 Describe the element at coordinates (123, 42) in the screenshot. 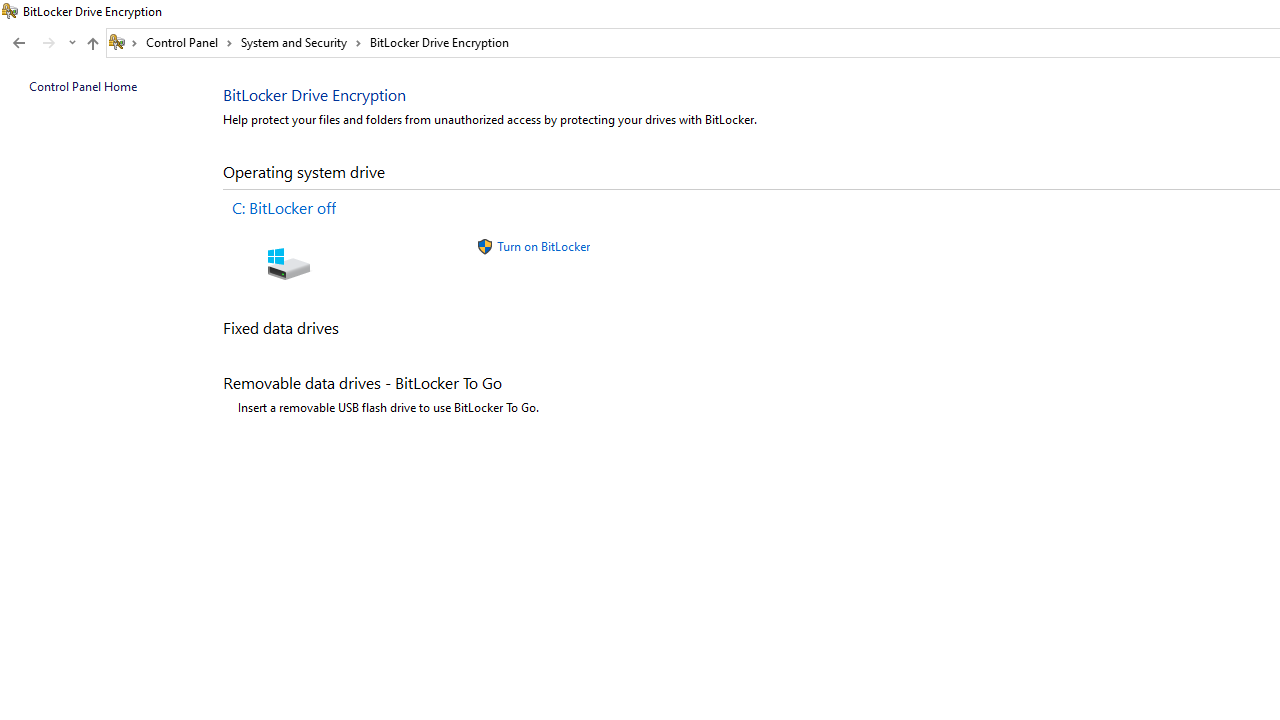

I see `'All locations'` at that location.